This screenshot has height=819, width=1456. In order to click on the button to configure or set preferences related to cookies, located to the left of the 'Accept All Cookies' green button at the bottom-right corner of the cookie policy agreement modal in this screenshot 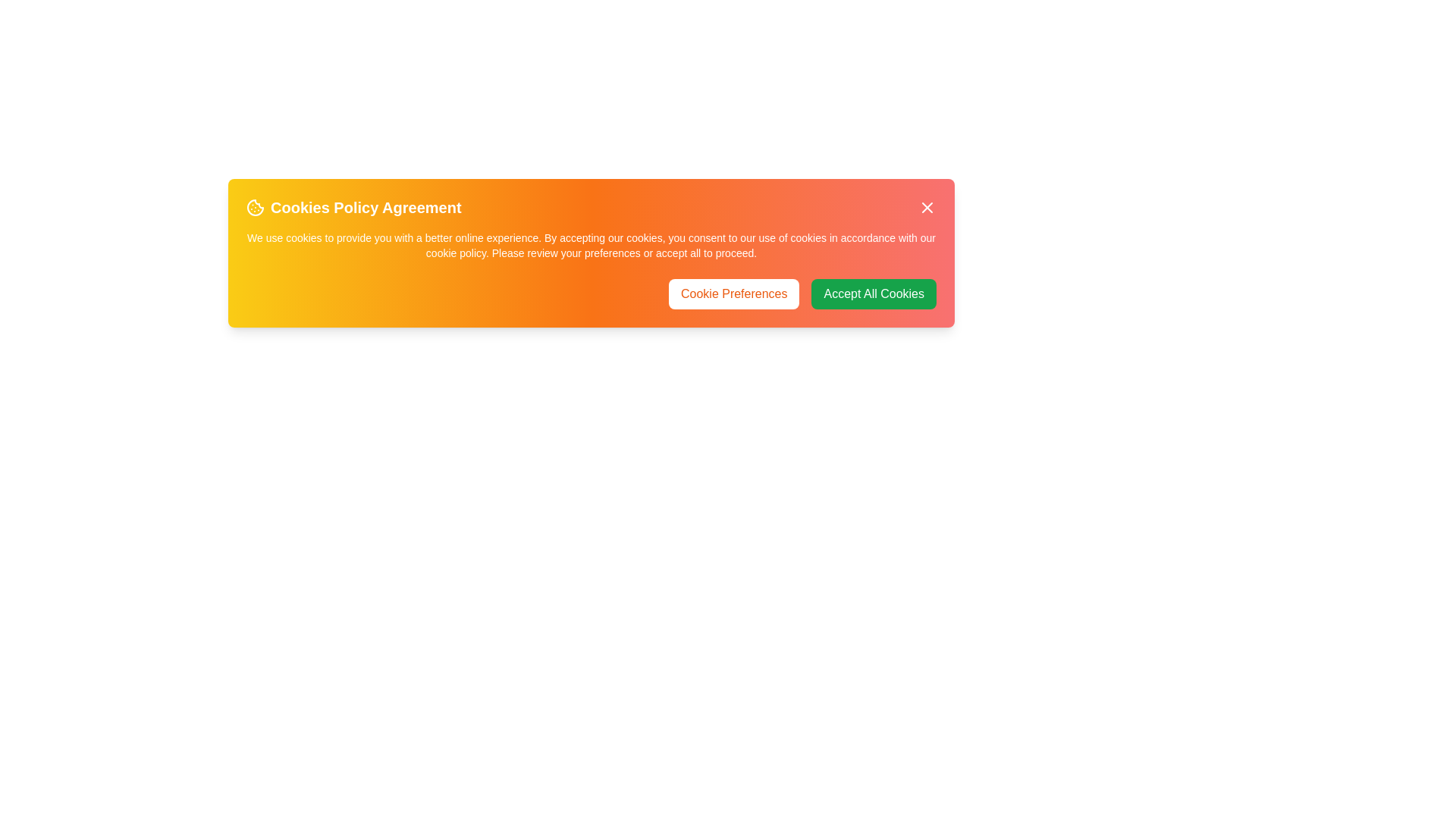, I will do `click(734, 294)`.